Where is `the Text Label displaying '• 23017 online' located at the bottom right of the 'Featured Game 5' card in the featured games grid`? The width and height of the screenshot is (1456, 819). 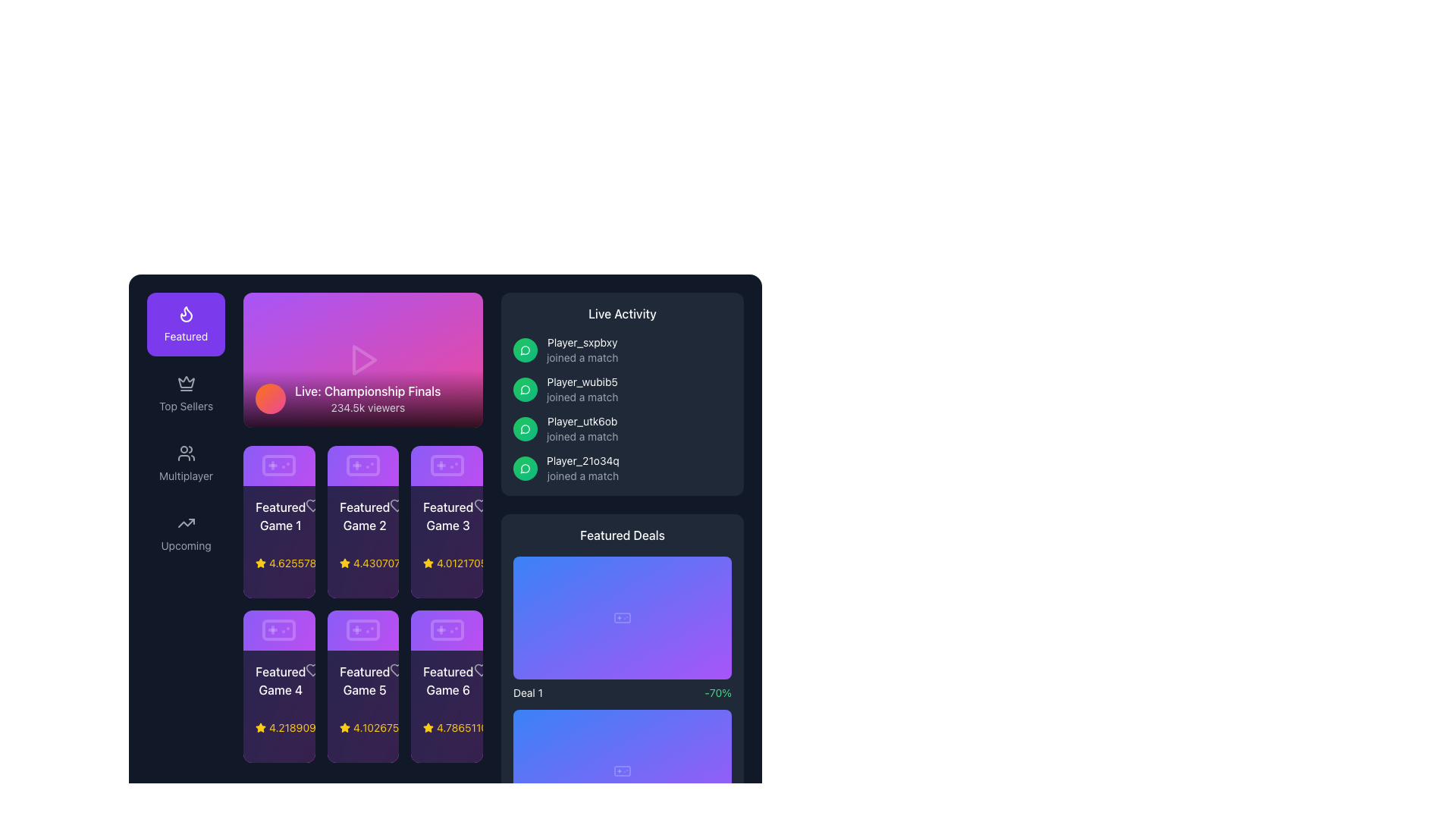 the Text Label displaying '• 23017 online' located at the bottom right of the 'Featured Game 5' card in the featured games grid is located at coordinates (389, 727).